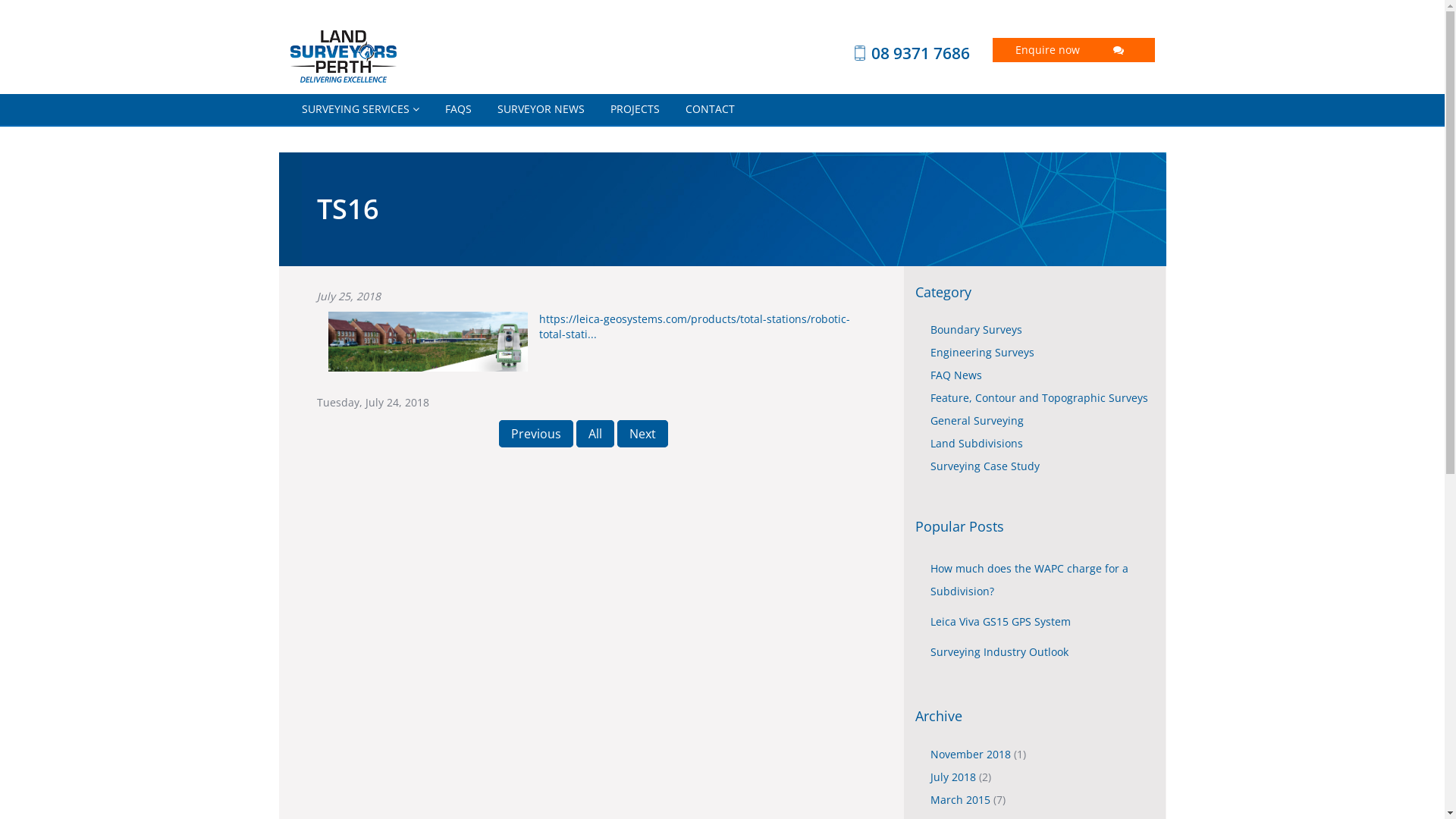 This screenshot has height=819, width=1456. I want to click on 'SURVEYOR NEWS', so click(540, 108).